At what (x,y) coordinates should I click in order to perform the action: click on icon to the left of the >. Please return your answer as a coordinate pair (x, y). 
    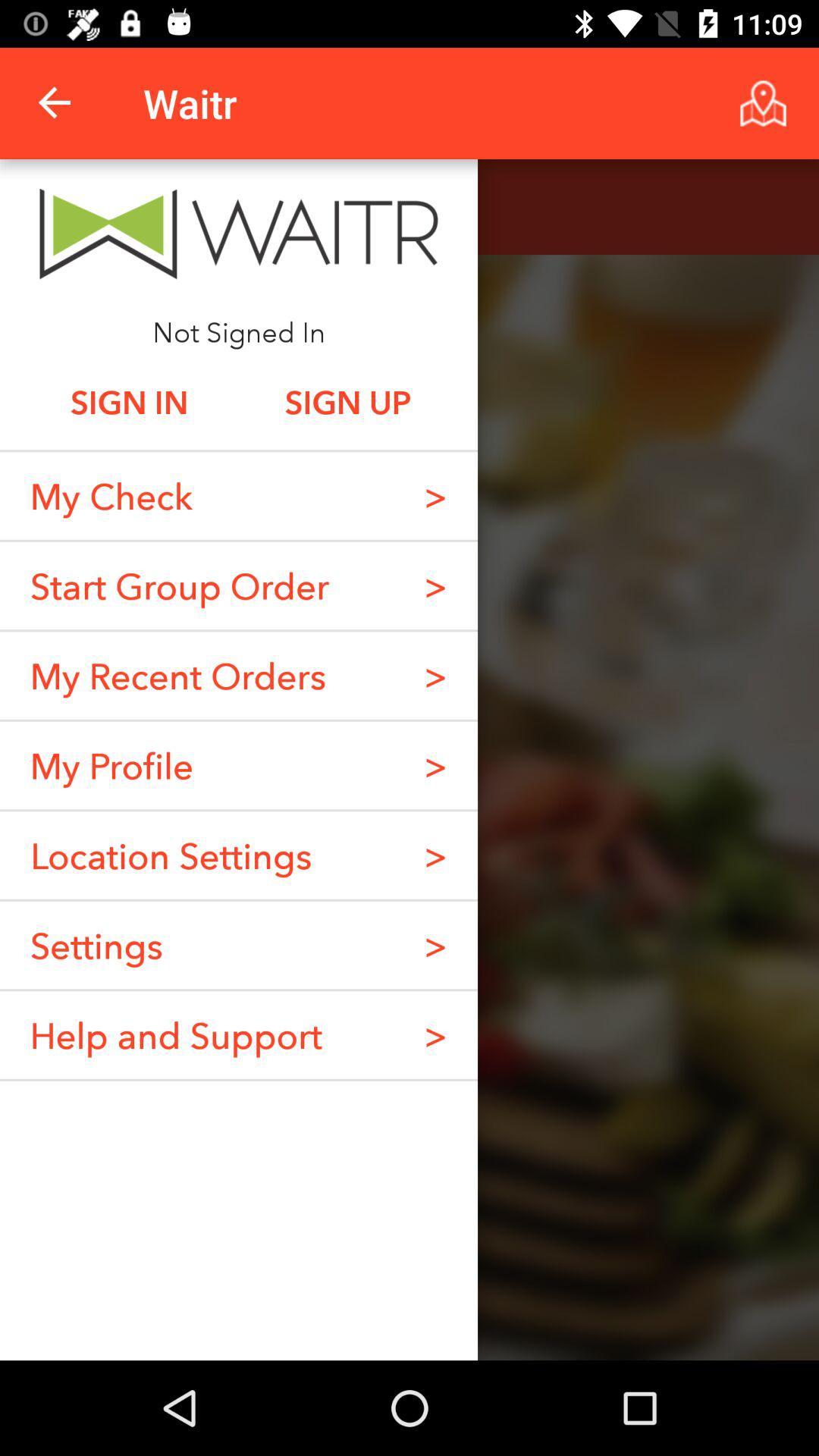
    Looking at the image, I should click on (178, 585).